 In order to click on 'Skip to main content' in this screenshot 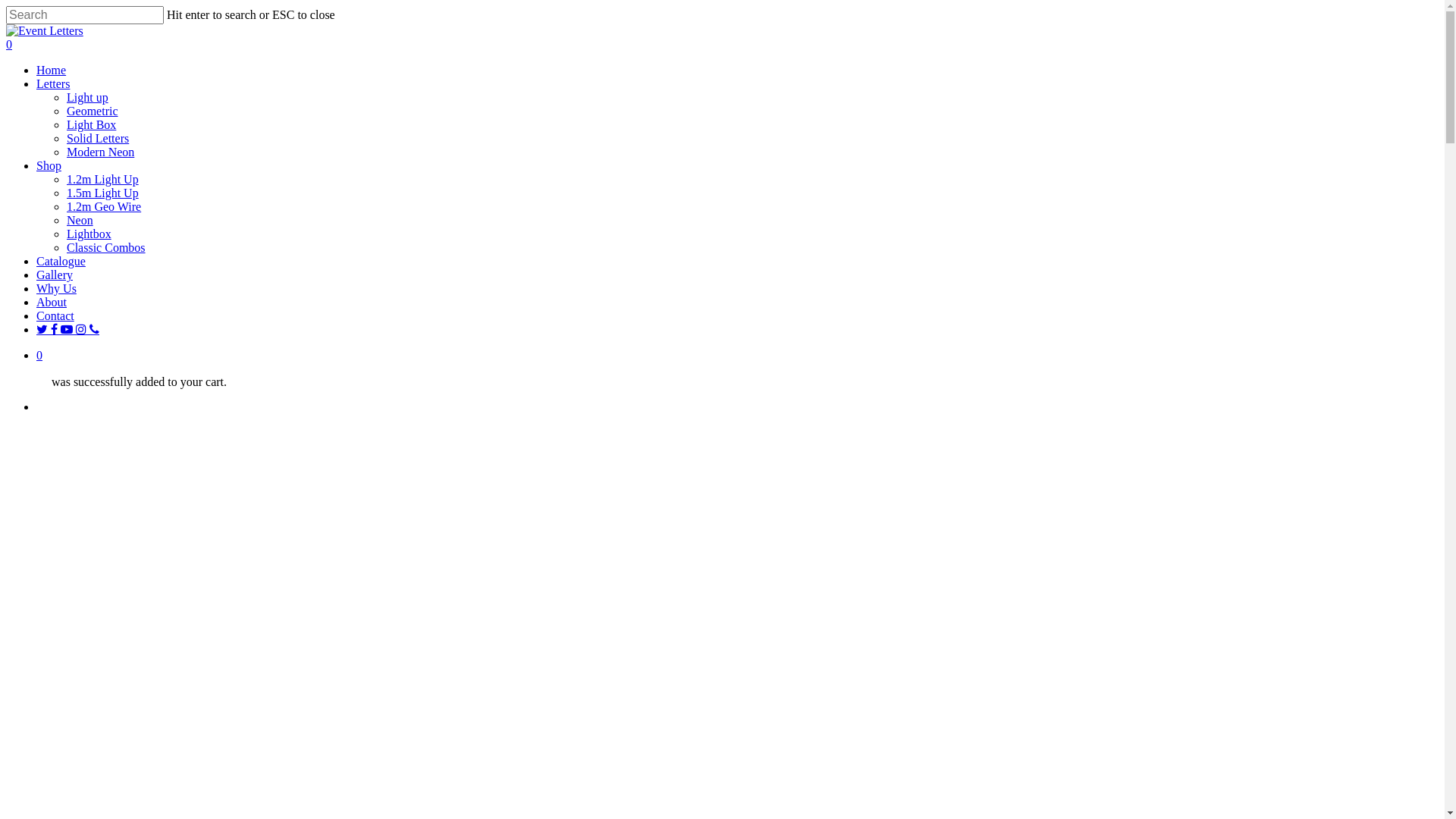, I will do `click(5, 5)`.